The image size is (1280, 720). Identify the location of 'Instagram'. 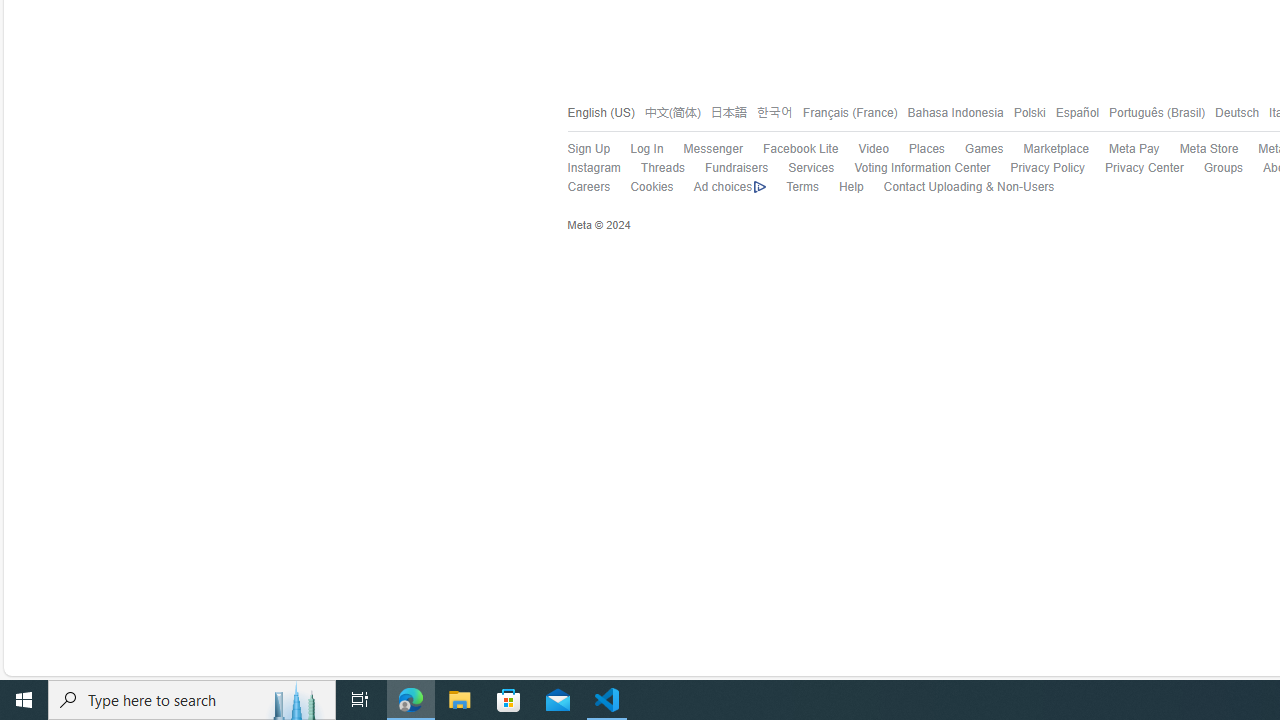
(592, 167).